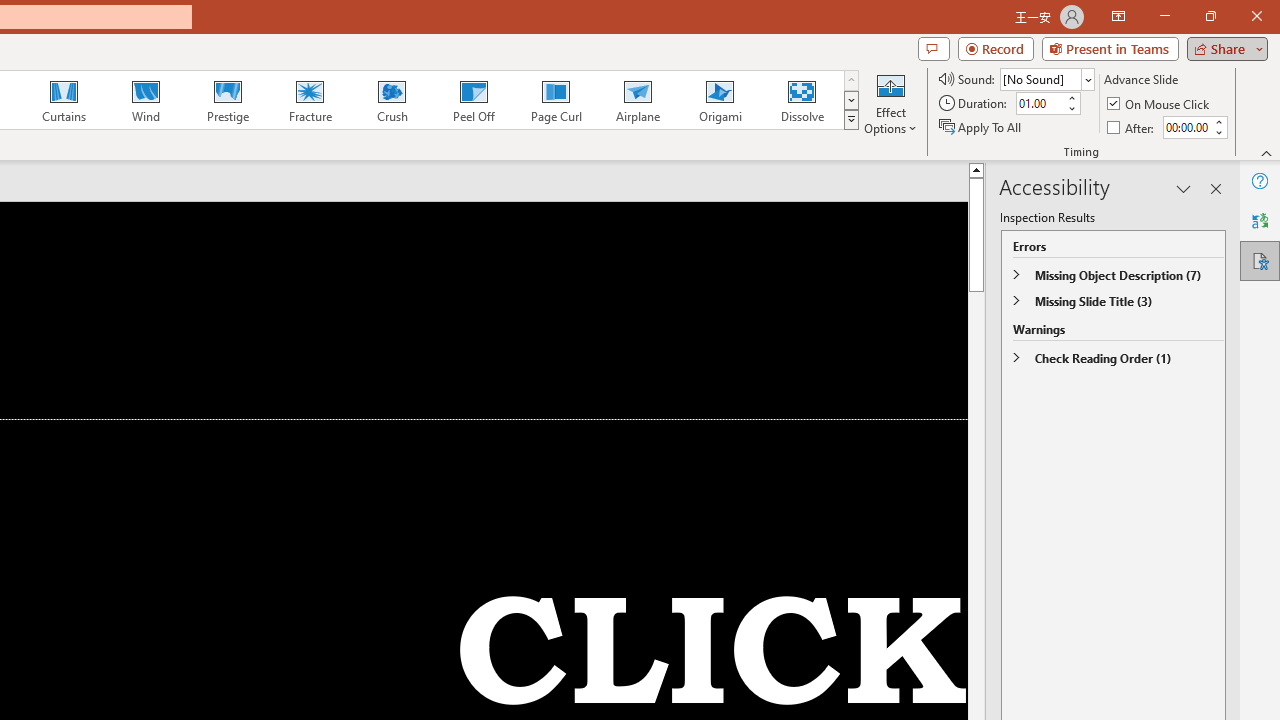 The height and width of the screenshot is (720, 1280). I want to click on 'Less', so click(1217, 132).